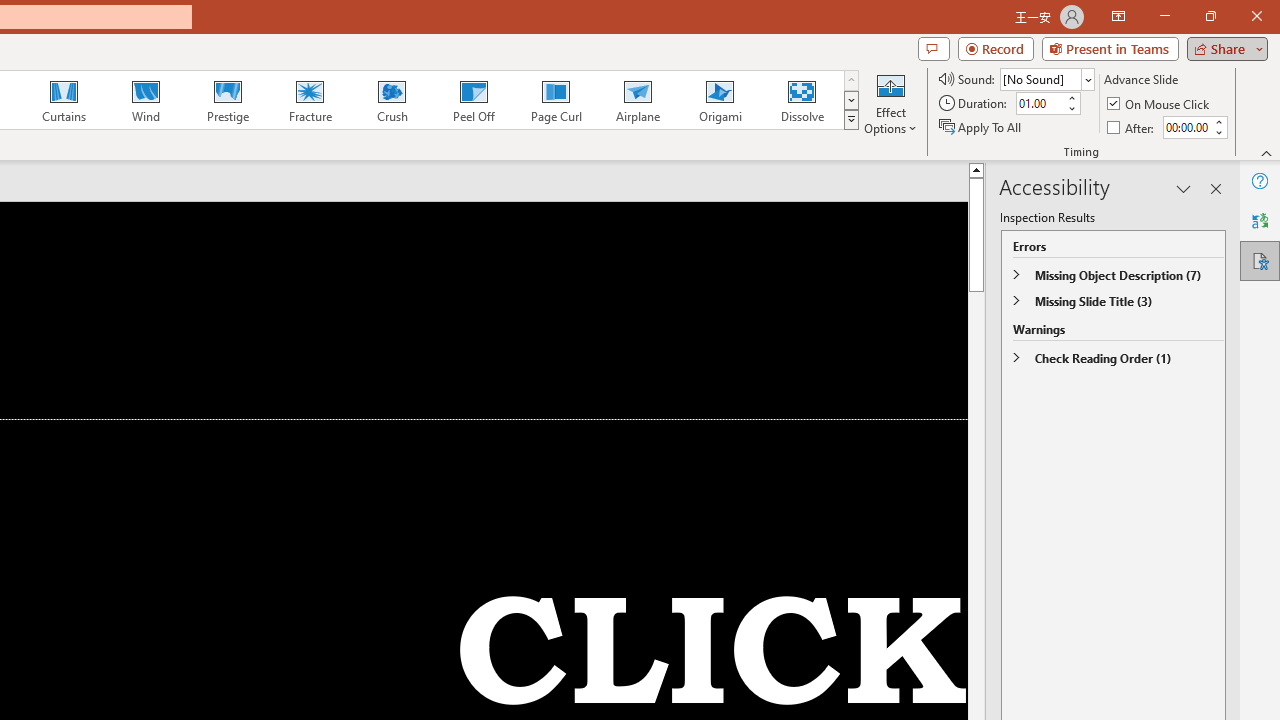 The height and width of the screenshot is (720, 1280). I want to click on 'Less', so click(1217, 132).